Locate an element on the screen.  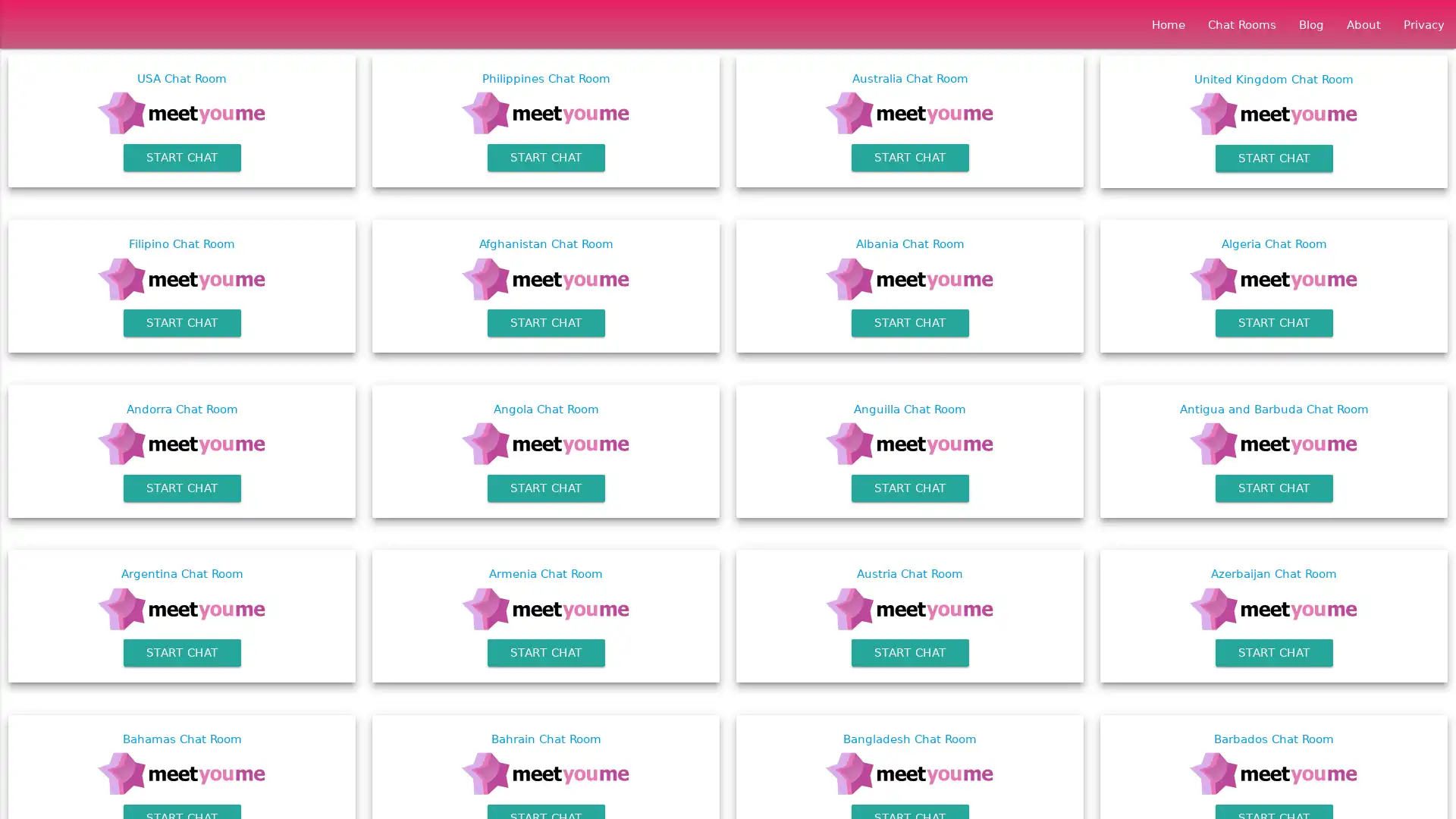
START CHAT is located at coordinates (181, 322).